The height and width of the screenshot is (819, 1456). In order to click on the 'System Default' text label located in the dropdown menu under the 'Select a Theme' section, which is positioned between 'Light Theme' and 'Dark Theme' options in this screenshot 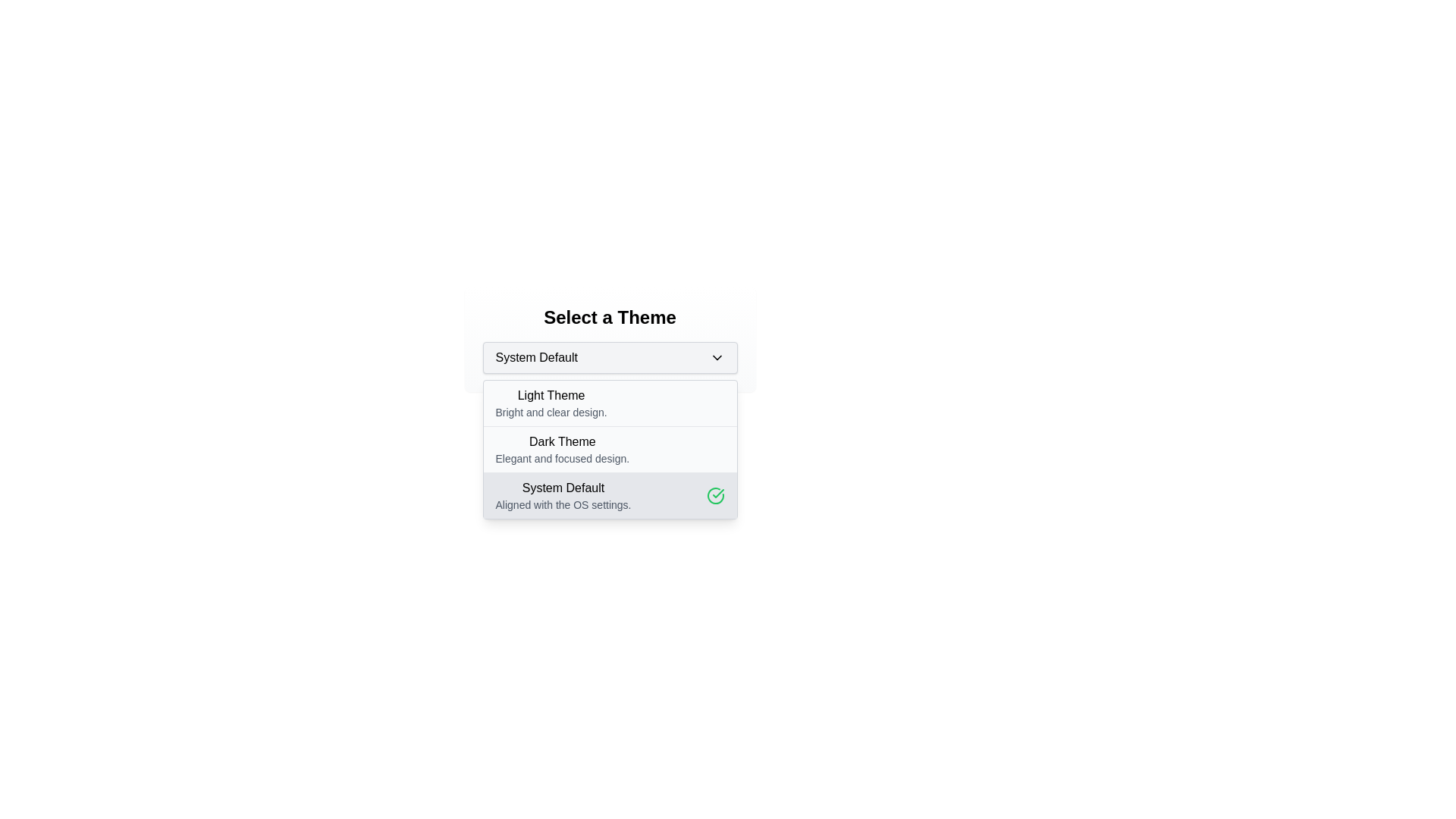, I will do `click(563, 488)`.